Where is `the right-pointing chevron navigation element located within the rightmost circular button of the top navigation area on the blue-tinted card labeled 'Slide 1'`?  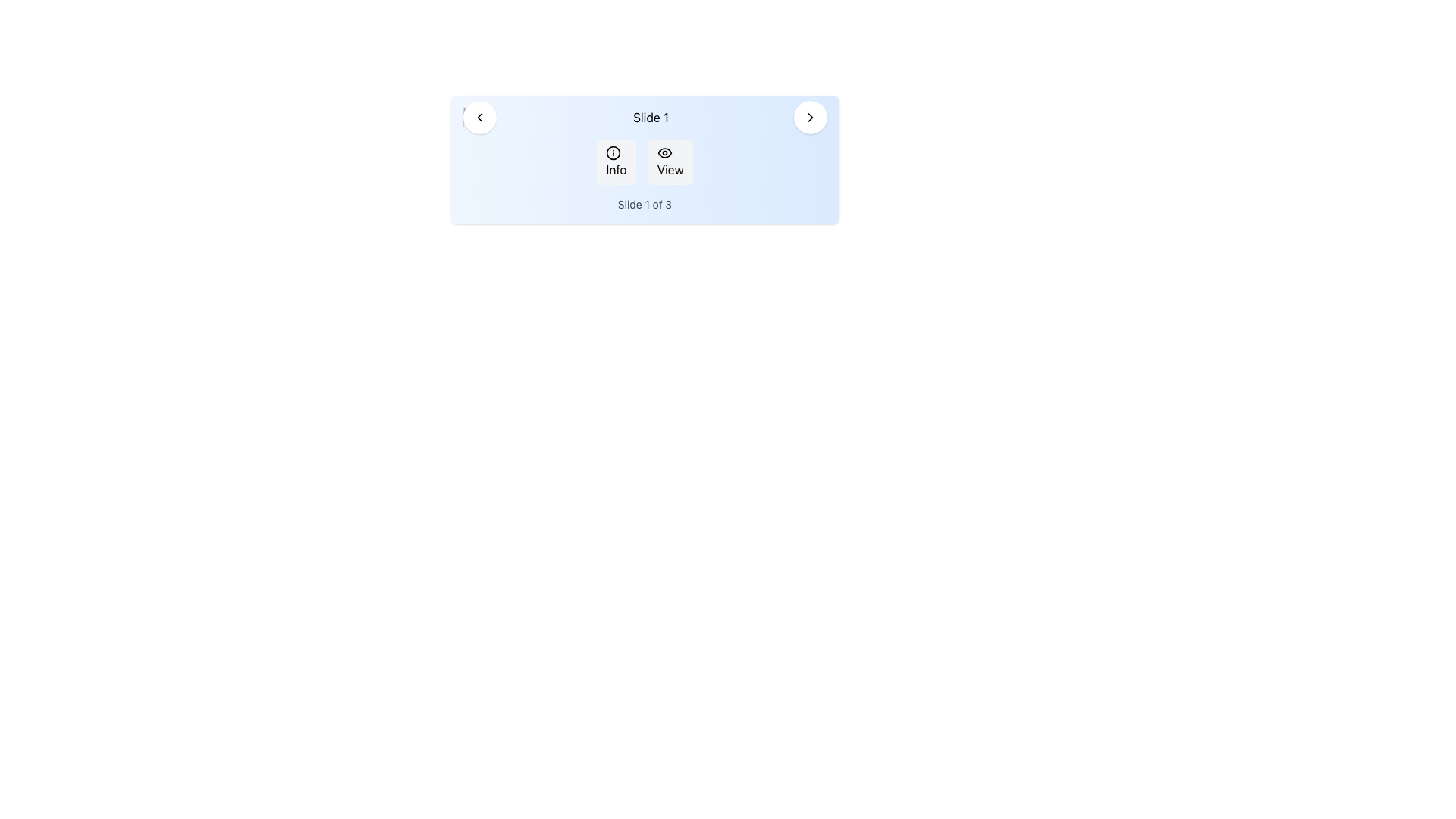
the right-pointing chevron navigation element located within the rightmost circular button of the top navigation area on the blue-tinted card labeled 'Slide 1' is located at coordinates (809, 116).